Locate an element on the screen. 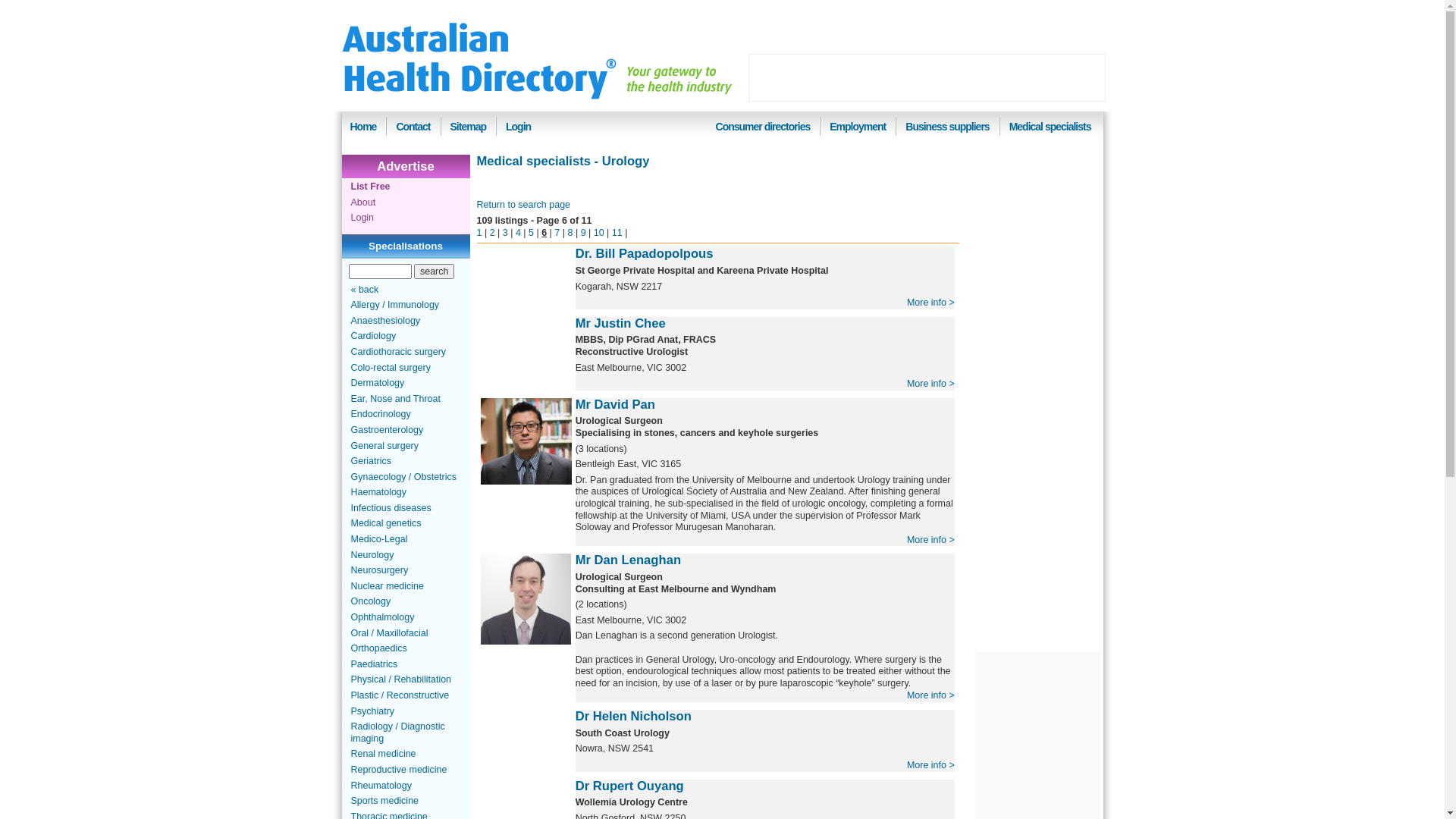 This screenshot has height=819, width=1456. '2' is located at coordinates (490, 233).